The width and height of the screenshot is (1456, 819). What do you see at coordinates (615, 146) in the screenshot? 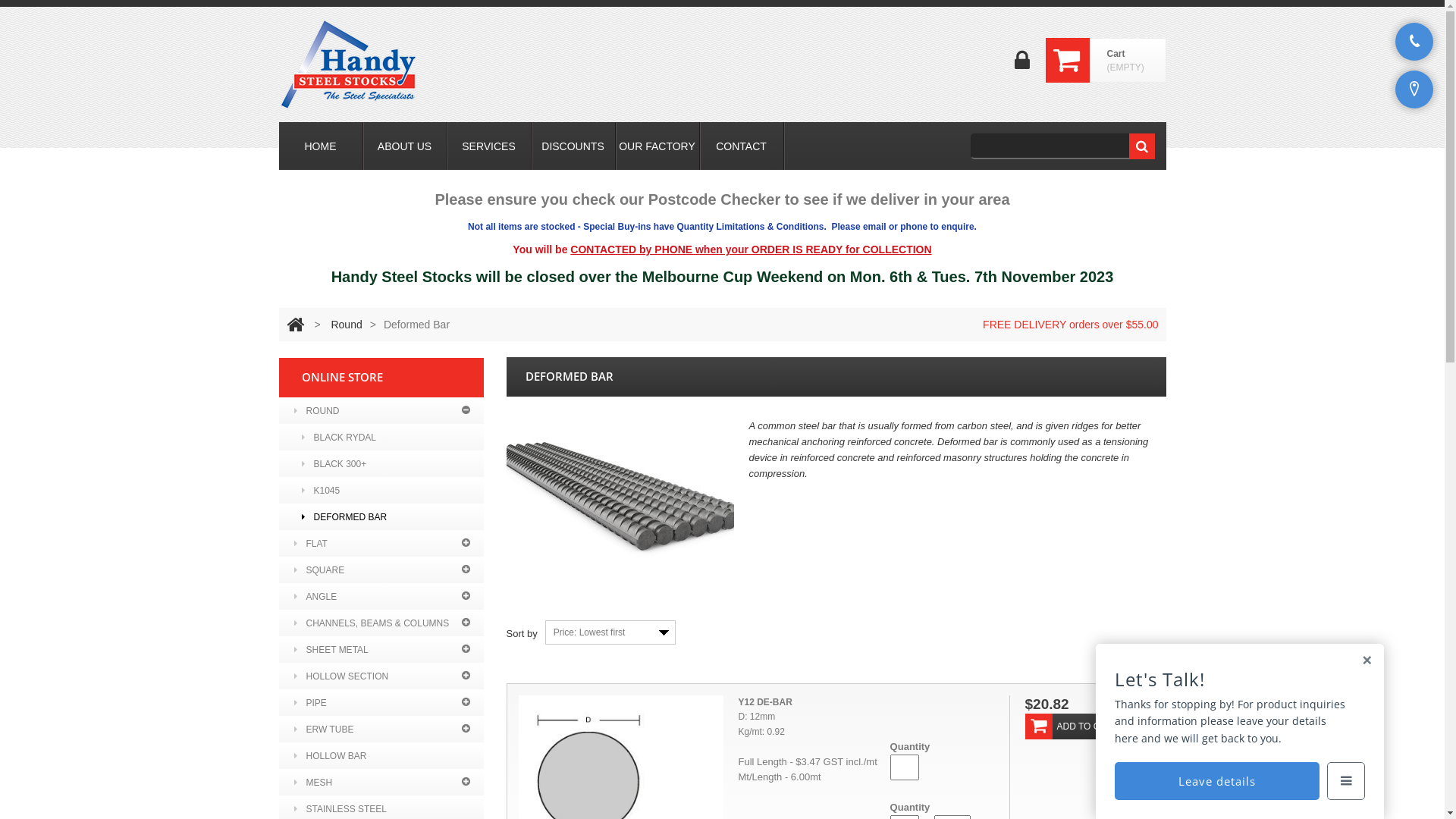
I see `'OUR FACTORY'` at bounding box center [615, 146].